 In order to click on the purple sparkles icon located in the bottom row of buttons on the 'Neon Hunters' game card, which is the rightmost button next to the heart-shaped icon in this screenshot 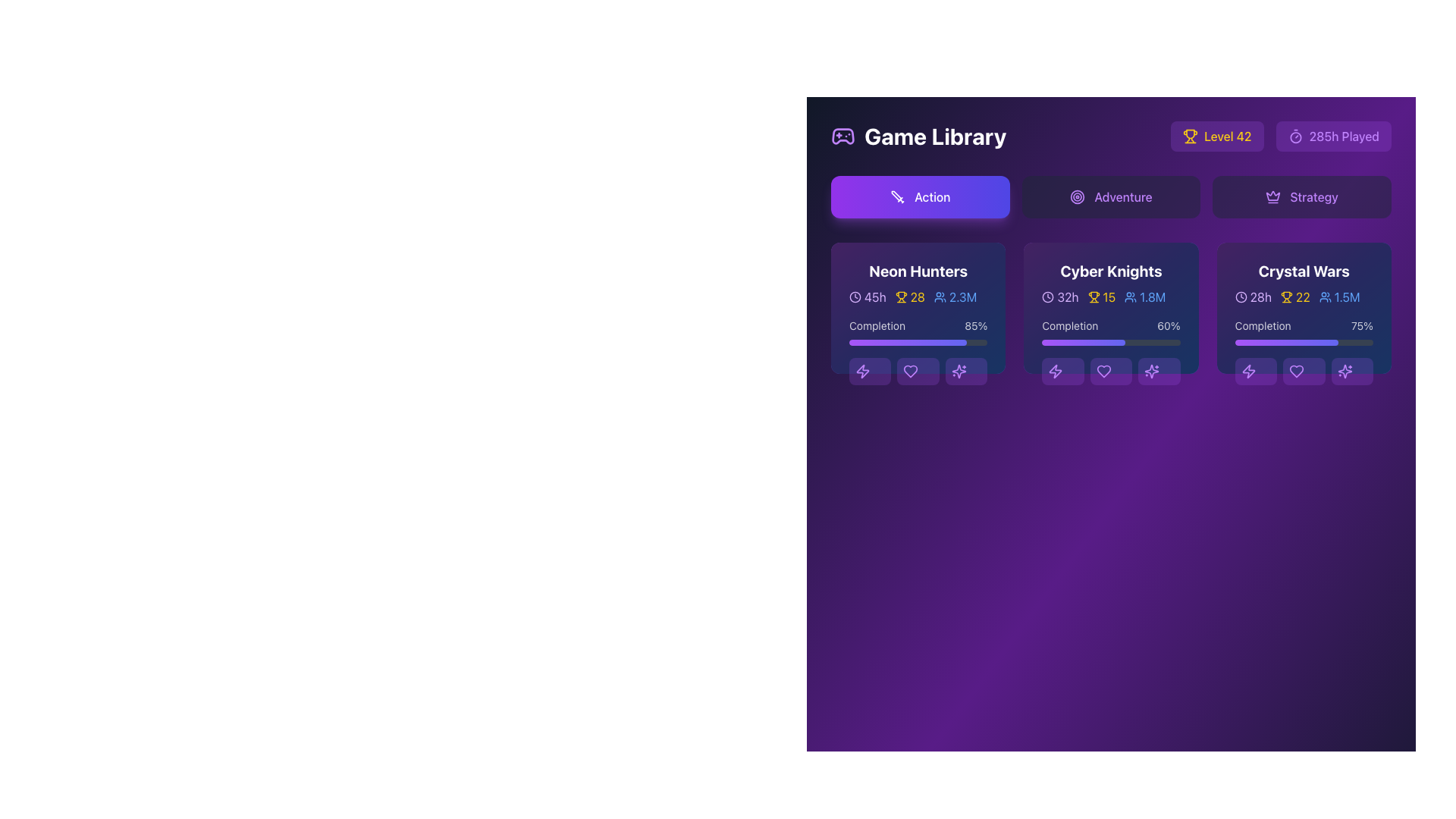, I will do `click(958, 371)`.